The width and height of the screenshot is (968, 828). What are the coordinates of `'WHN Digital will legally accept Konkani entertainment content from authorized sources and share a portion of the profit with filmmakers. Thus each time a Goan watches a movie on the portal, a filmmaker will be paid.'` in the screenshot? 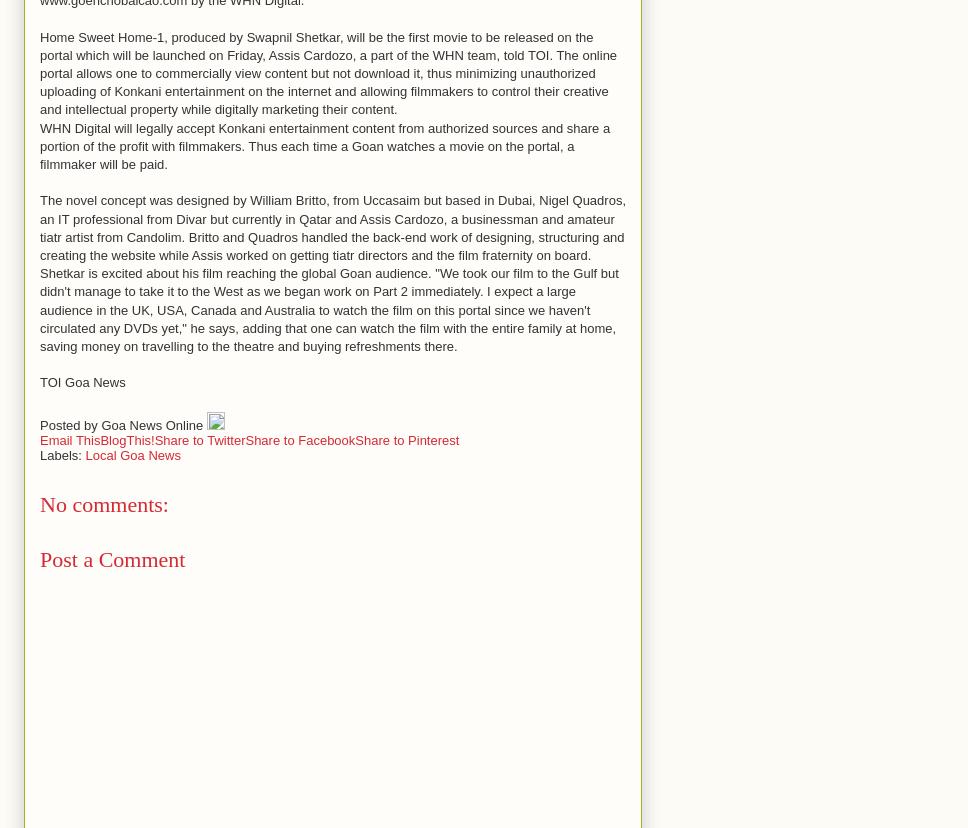 It's located at (324, 145).